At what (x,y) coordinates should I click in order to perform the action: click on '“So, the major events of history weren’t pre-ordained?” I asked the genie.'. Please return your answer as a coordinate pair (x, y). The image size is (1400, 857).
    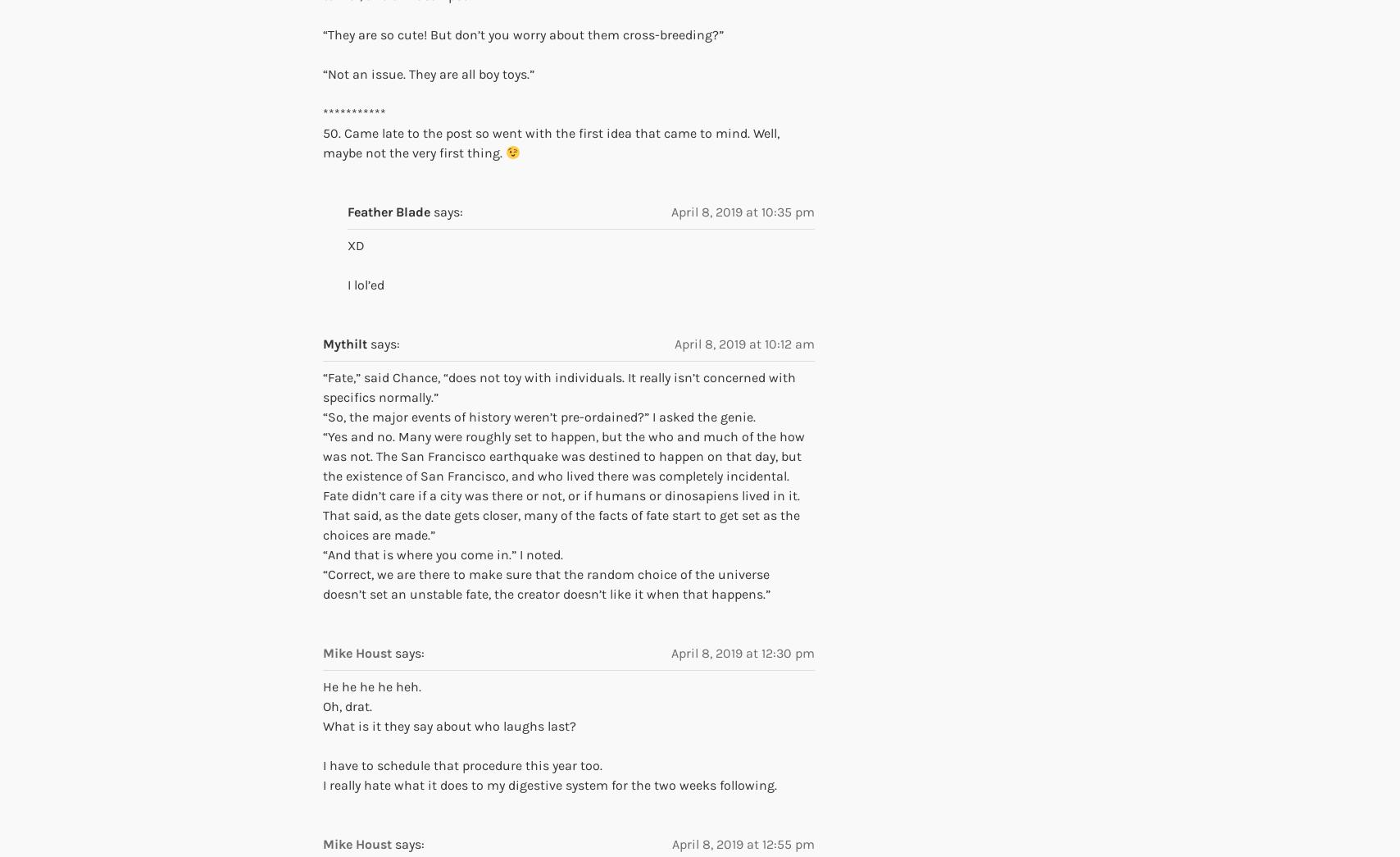
    Looking at the image, I should click on (323, 415).